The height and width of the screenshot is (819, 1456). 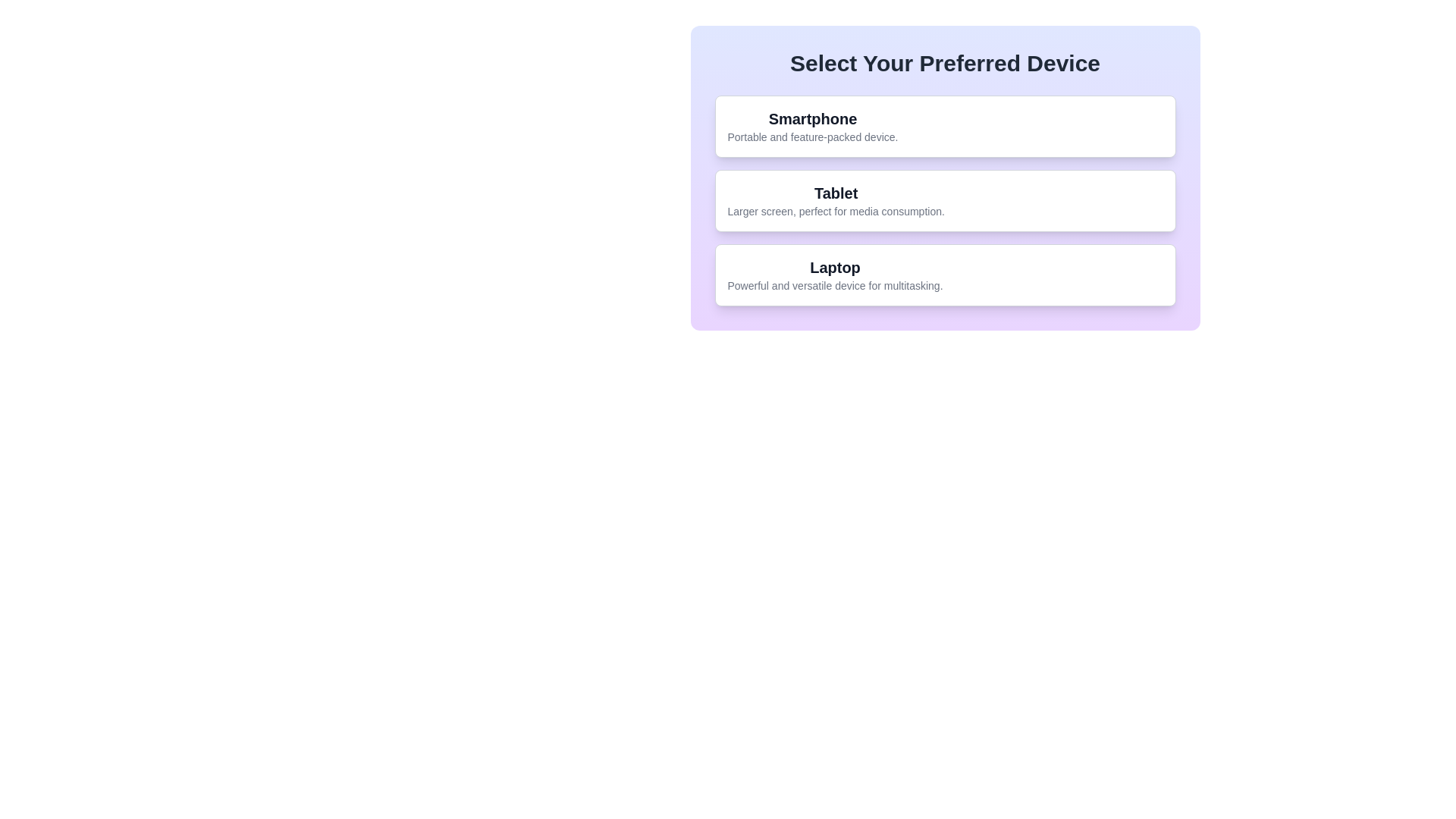 What do you see at coordinates (835, 192) in the screenshot?
I see `text content of the 'Tablet' option in the device selection menu, which is centrally located in the middle of a vertically arranged list` at bounding box center [835, 192].